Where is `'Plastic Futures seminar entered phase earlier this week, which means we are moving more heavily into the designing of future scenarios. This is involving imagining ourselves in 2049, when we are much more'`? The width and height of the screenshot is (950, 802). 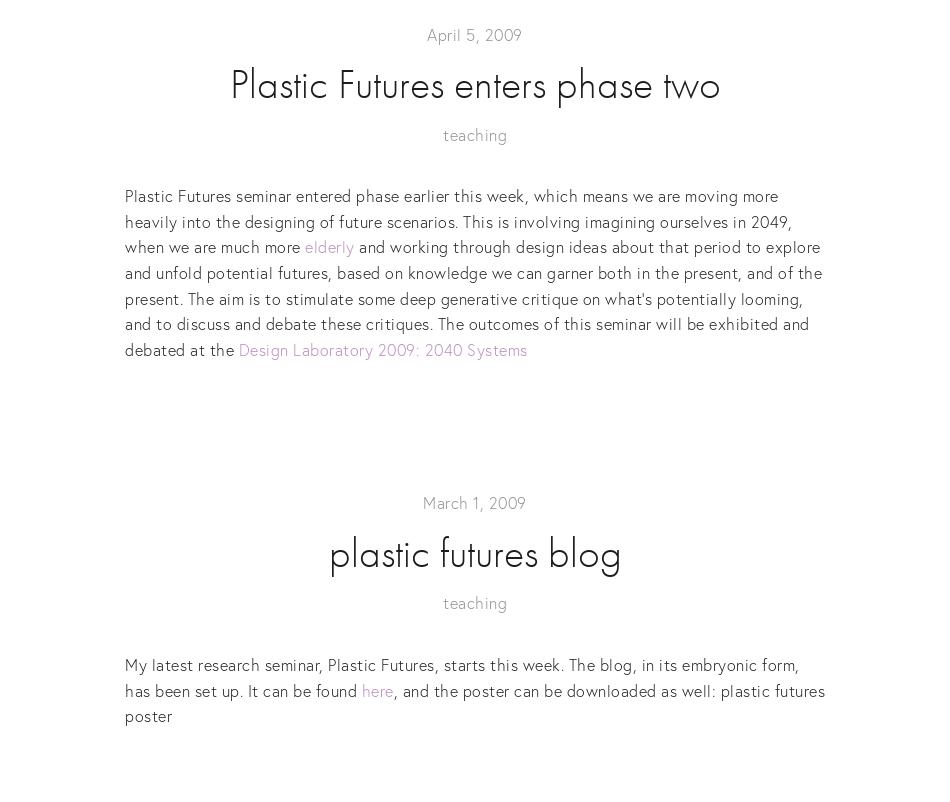
'Plastic Futures seminar entered phase earlier this week, which means we are moving more heavily into the designing of future scenarios. This is involving imagining ourselves in 2049, when we are much more' is located at coordinates (457, 220).